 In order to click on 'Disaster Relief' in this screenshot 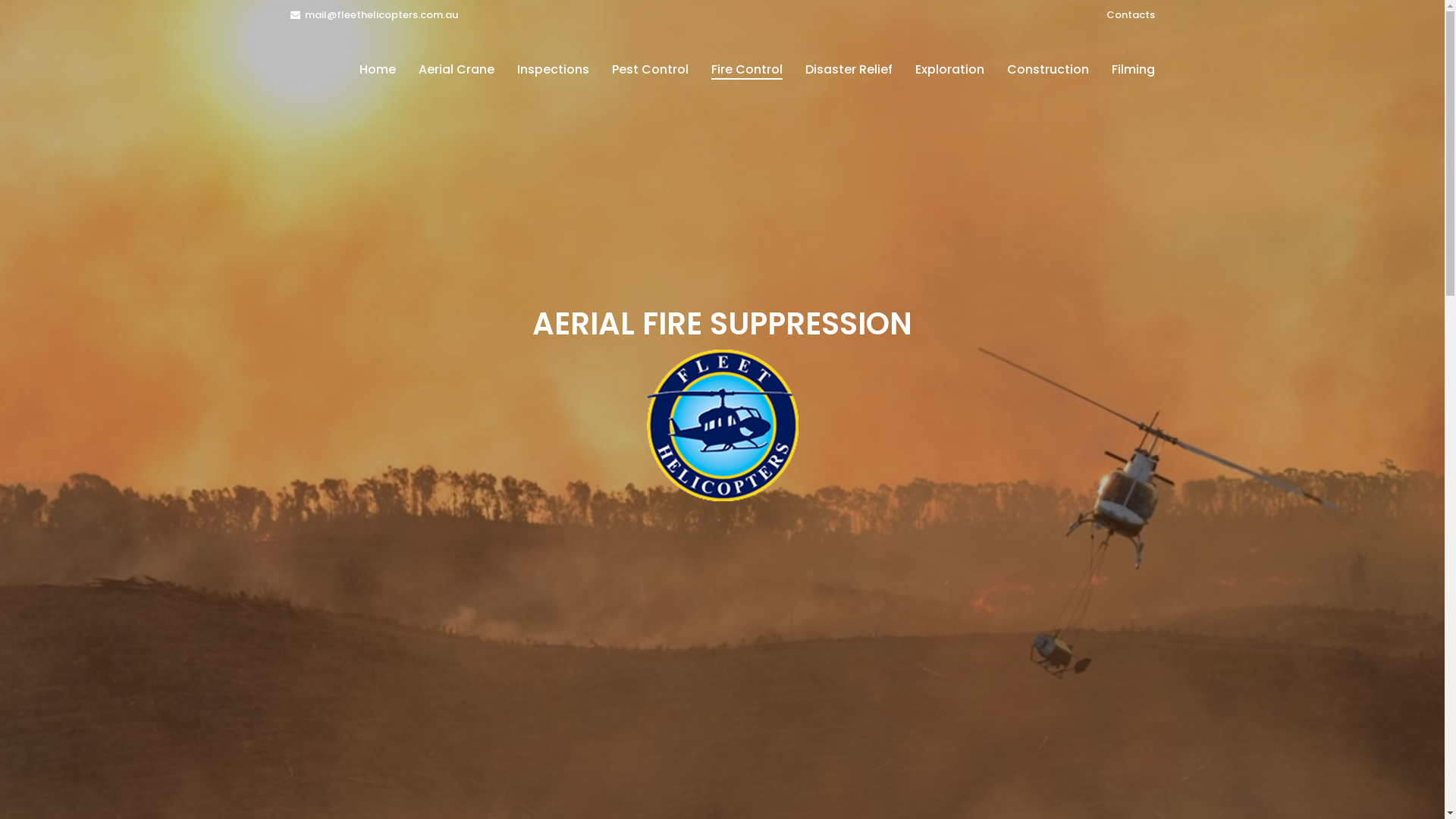, I will do `click(847, 70)`.